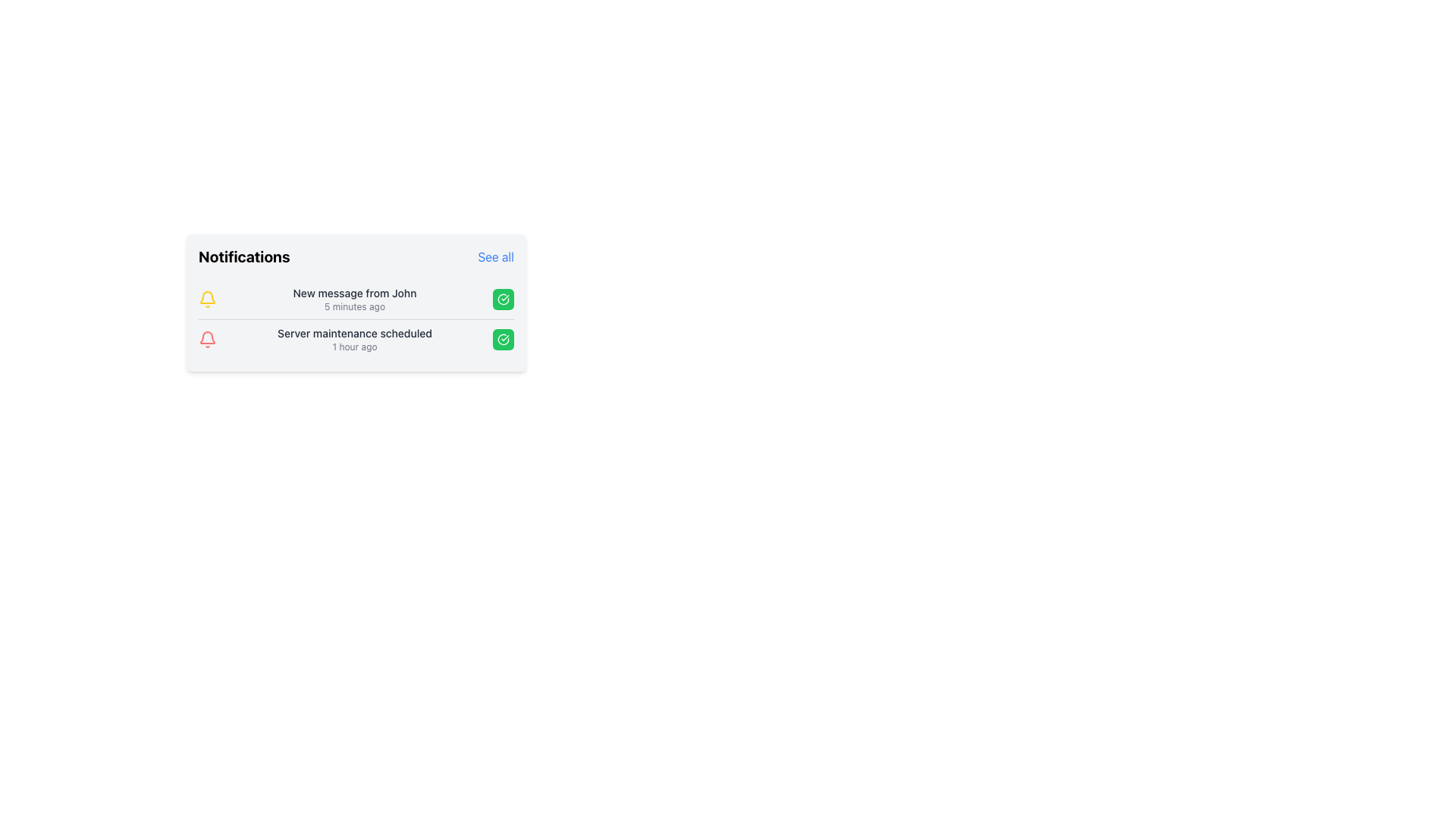  What do you see at coordinates (496, 256) in the screenshot?
I see `the 'See all' link, which is styled in blue and located at the top-right of the notification section, to observe style changes` at bounding box center [496, 256].